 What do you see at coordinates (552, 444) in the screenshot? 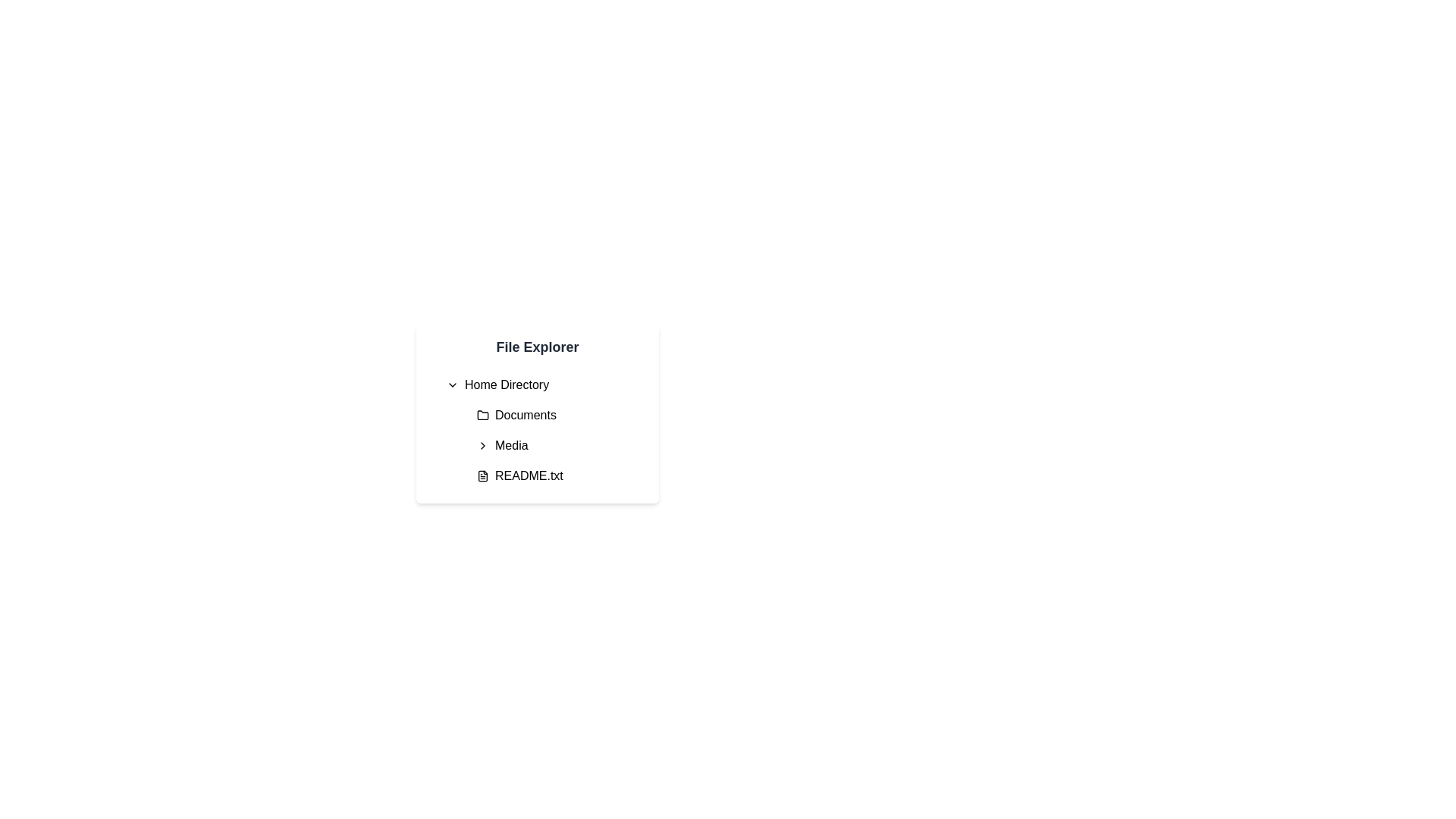
I see `the 'Media' folder indicator located under the 'Documents' folder in the file explorer navigation` at bounding box center [552, 444].